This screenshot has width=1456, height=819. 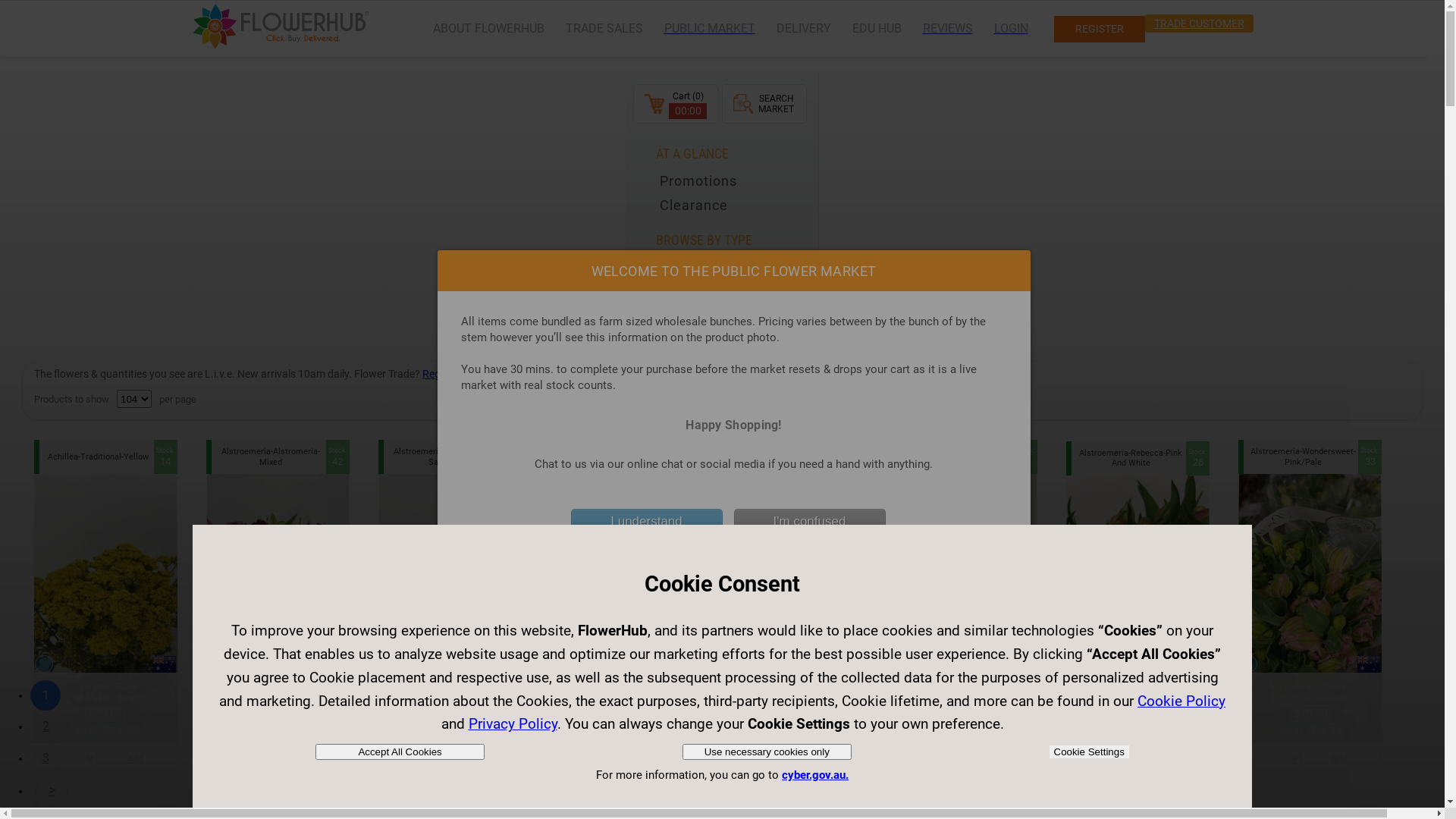 I want to click on 'Cart (0), so click(x=675, y=103).